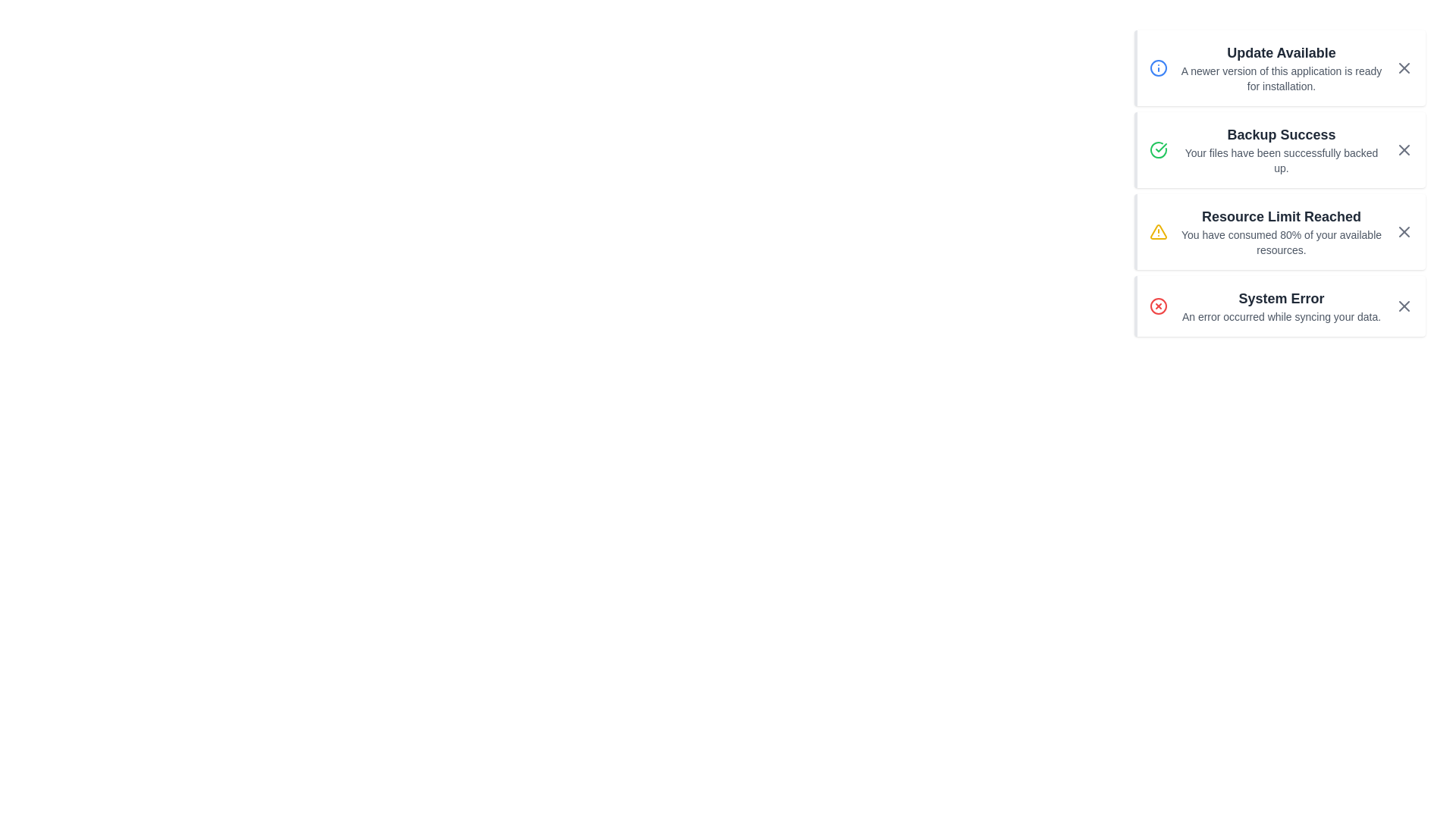 This screenshot has width=1456, height=819. I want to click on the notification message indicating an available update for the application, which is the first notification in the list on the right section of the interface, so click(1280, 67).